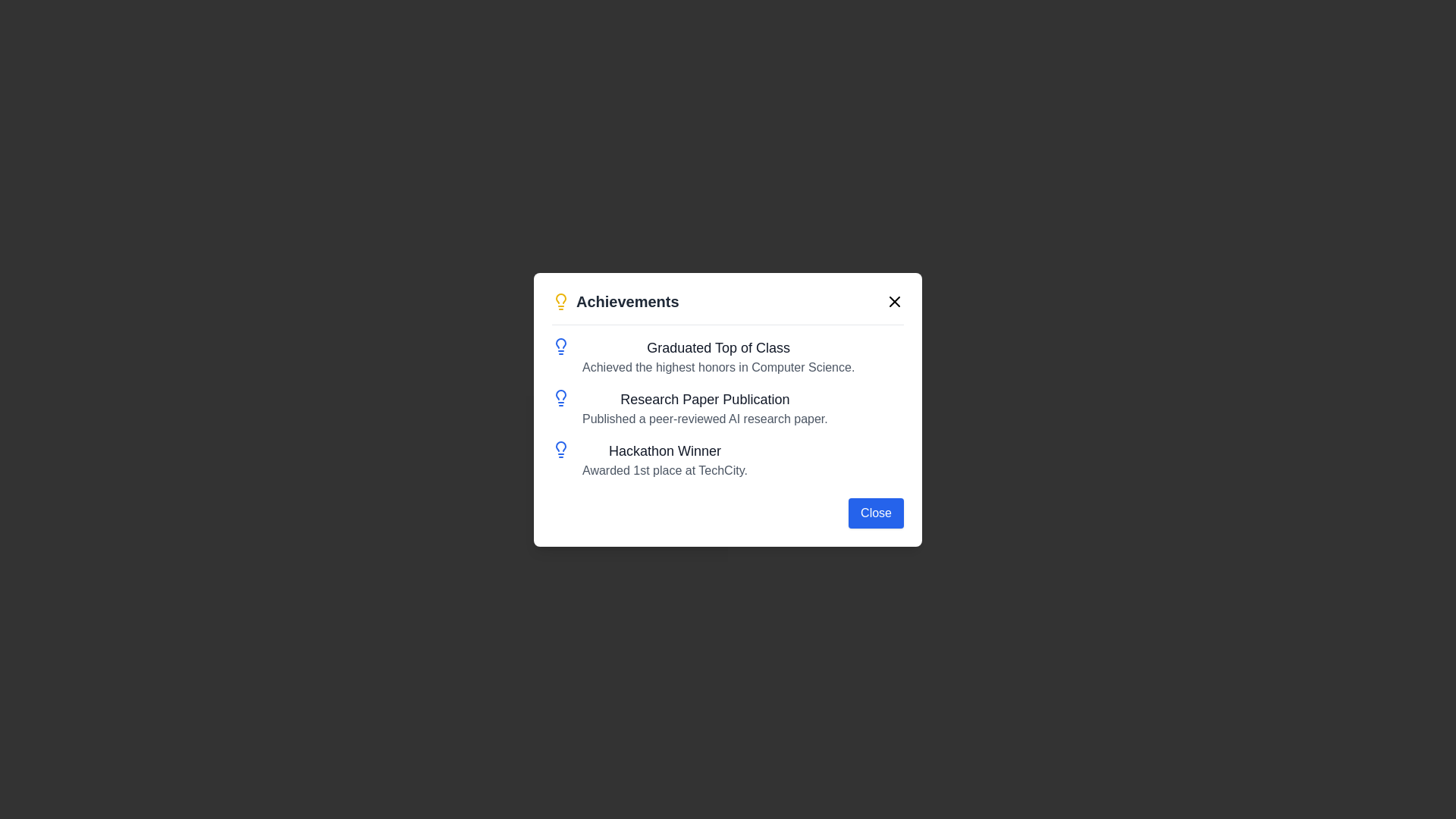 The height and width of the screenshot is (819, 1456). Describe the element at coordinates (615, 301) in the screenshot. I see `the Header with an icon that indicates achievements, located at the top-left corner of the section within a centered modal window` at that location.